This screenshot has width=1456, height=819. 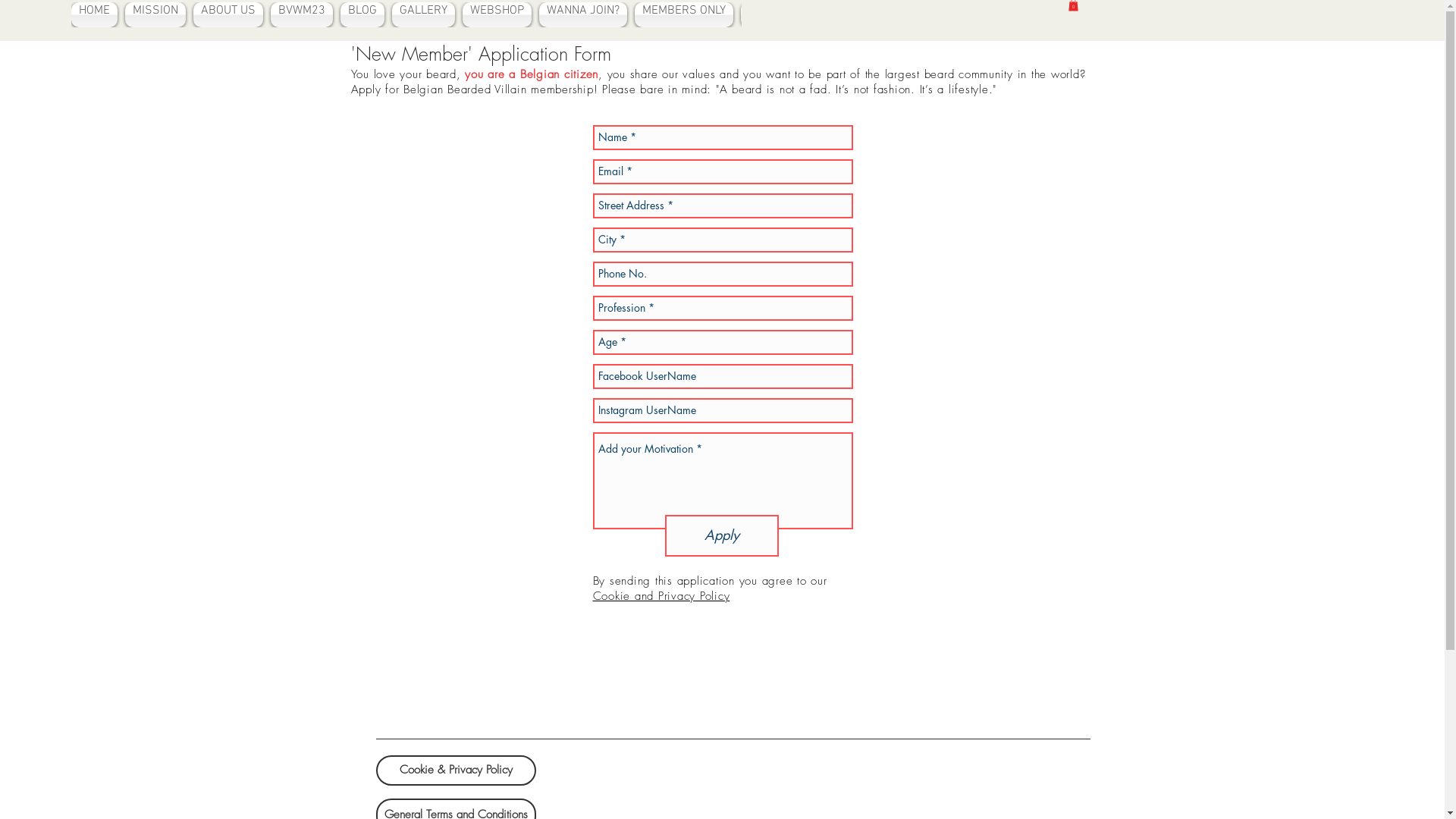 What do you see at coordinates (155, 14) in the screenshot?
I see `'MISSION'` at bounding box center [155, 14].